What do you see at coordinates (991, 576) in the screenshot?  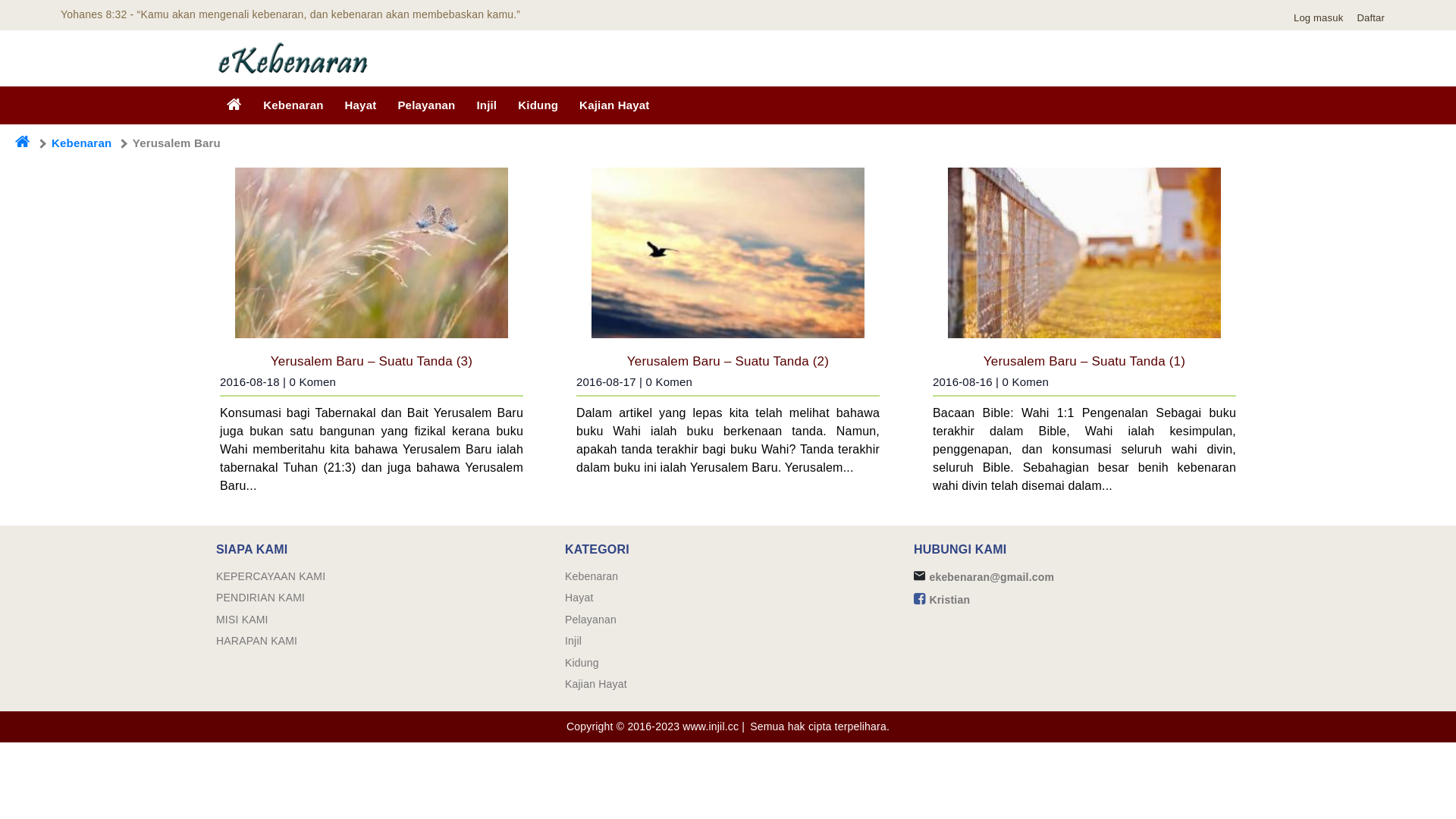 I see `'ekebenaran@gmail.com'` at bounding box center [991, 576].